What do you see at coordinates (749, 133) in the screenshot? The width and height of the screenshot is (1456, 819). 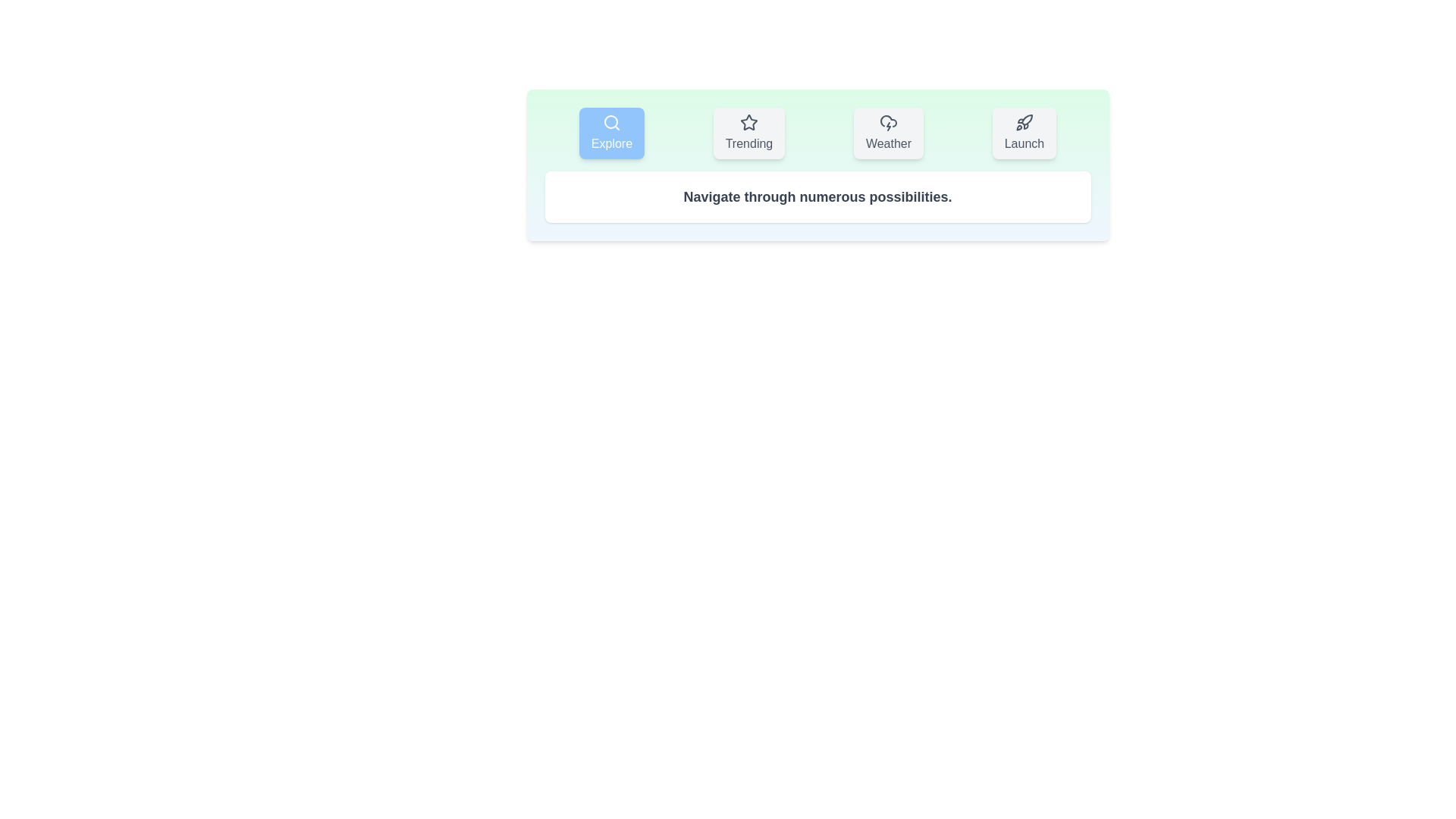 I see `the Trending tab to view its content` at bounding box center [749, 133].